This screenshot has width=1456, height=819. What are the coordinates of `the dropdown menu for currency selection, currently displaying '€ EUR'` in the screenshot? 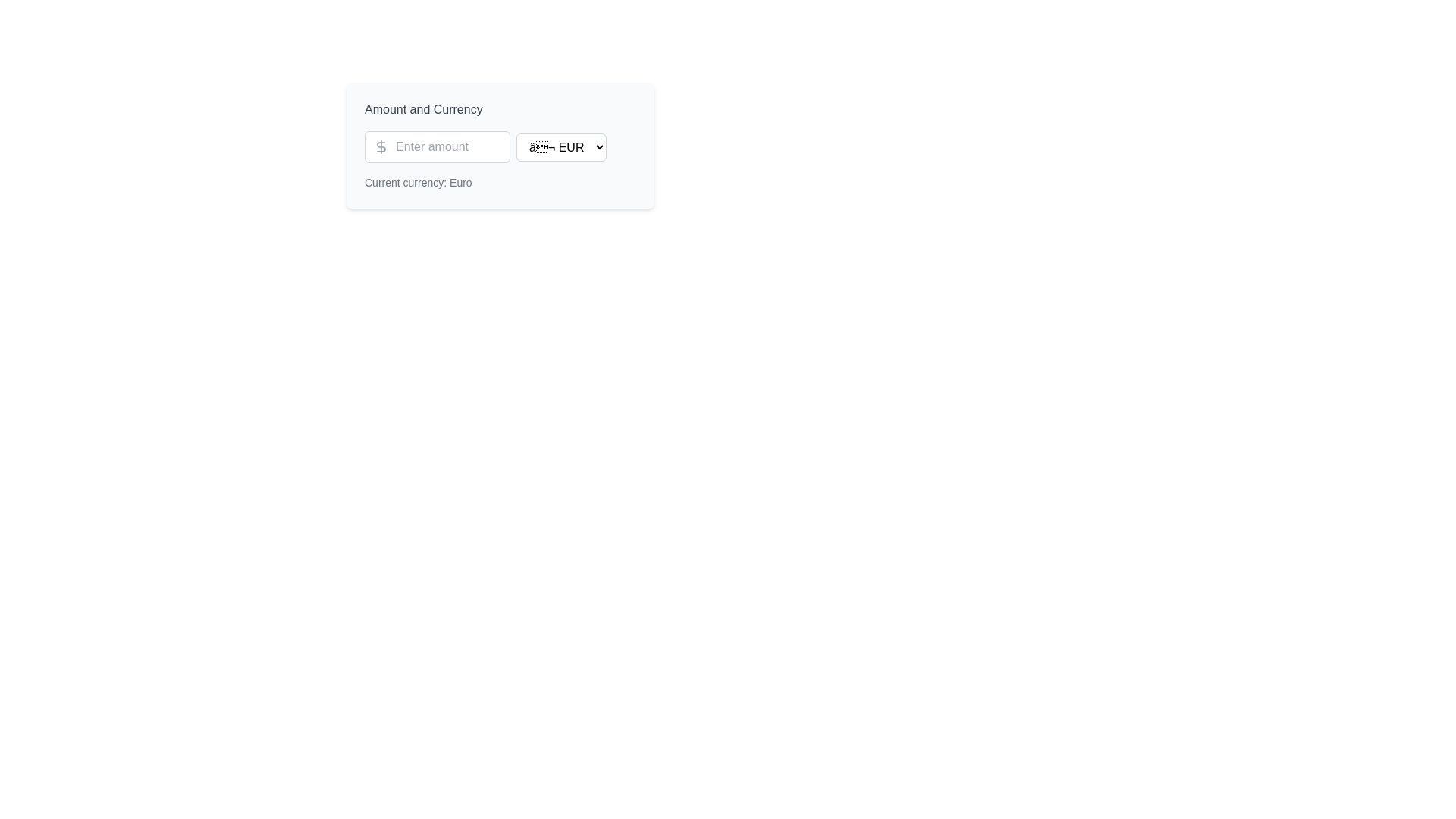 It's located at (560, 146).